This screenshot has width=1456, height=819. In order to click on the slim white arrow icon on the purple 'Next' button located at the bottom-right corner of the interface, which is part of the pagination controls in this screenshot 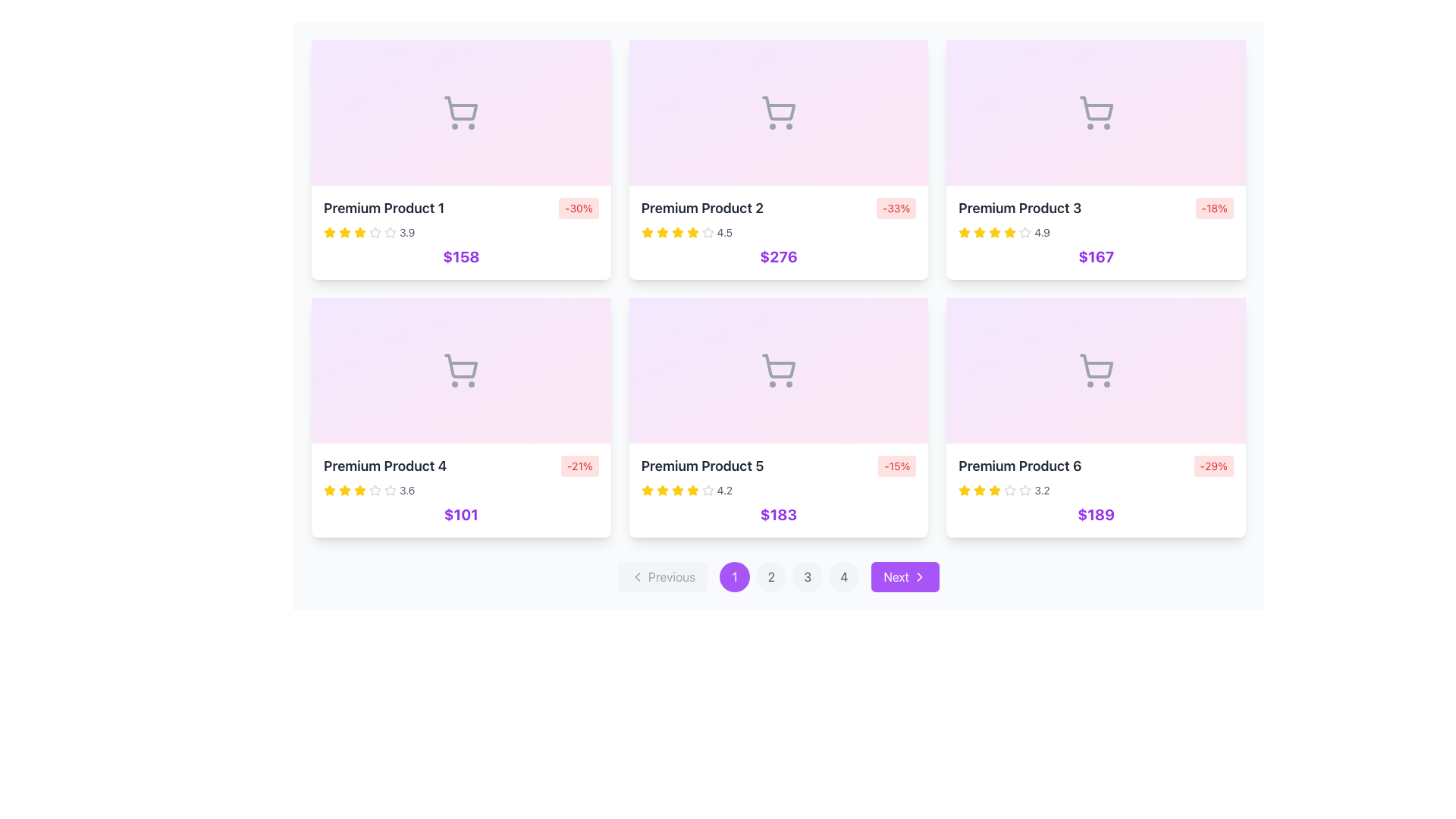, I will do `click(919, 576)`.